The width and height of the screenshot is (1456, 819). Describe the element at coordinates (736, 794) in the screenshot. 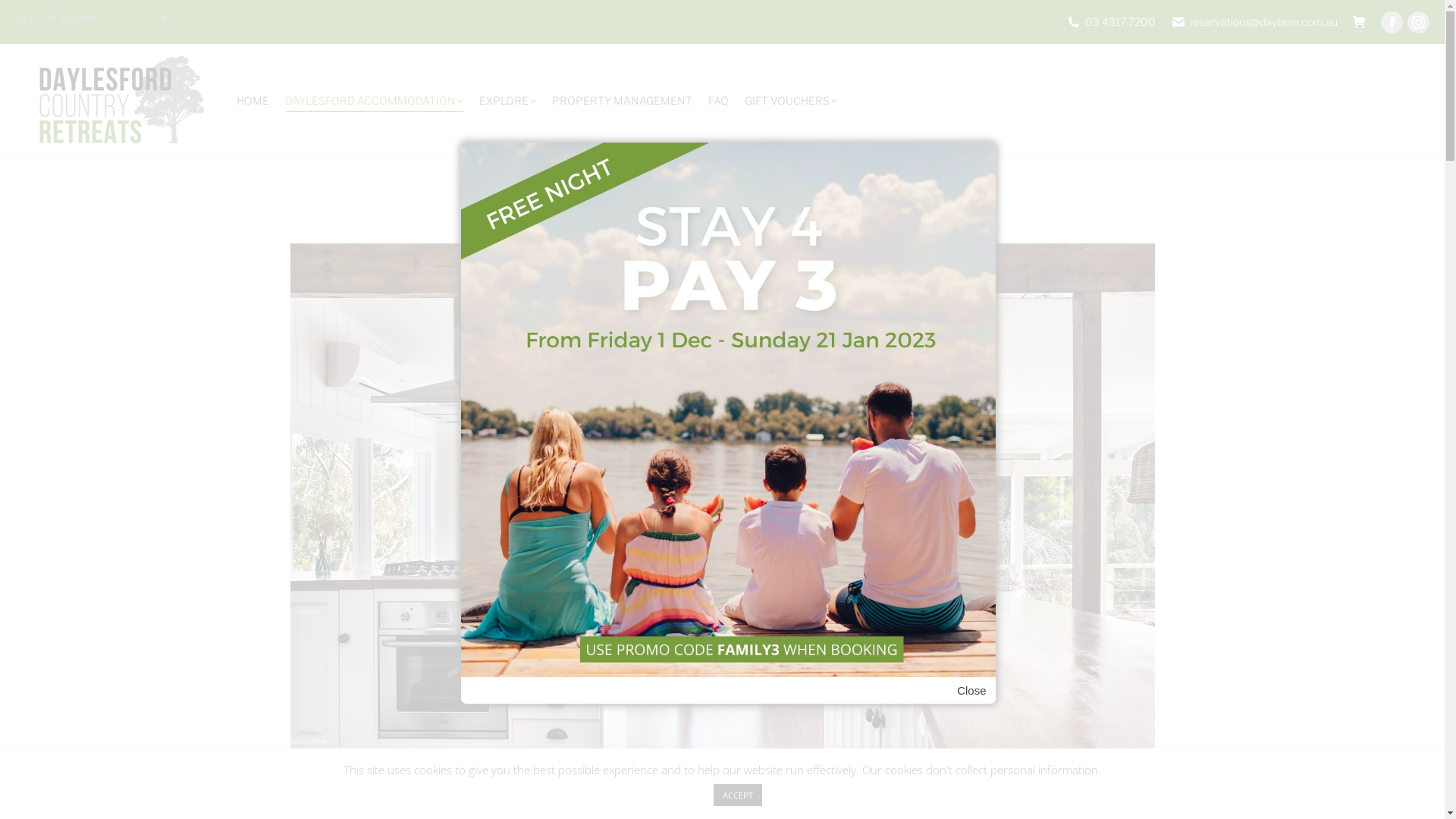

I see `'ACCEPT'` at that location.